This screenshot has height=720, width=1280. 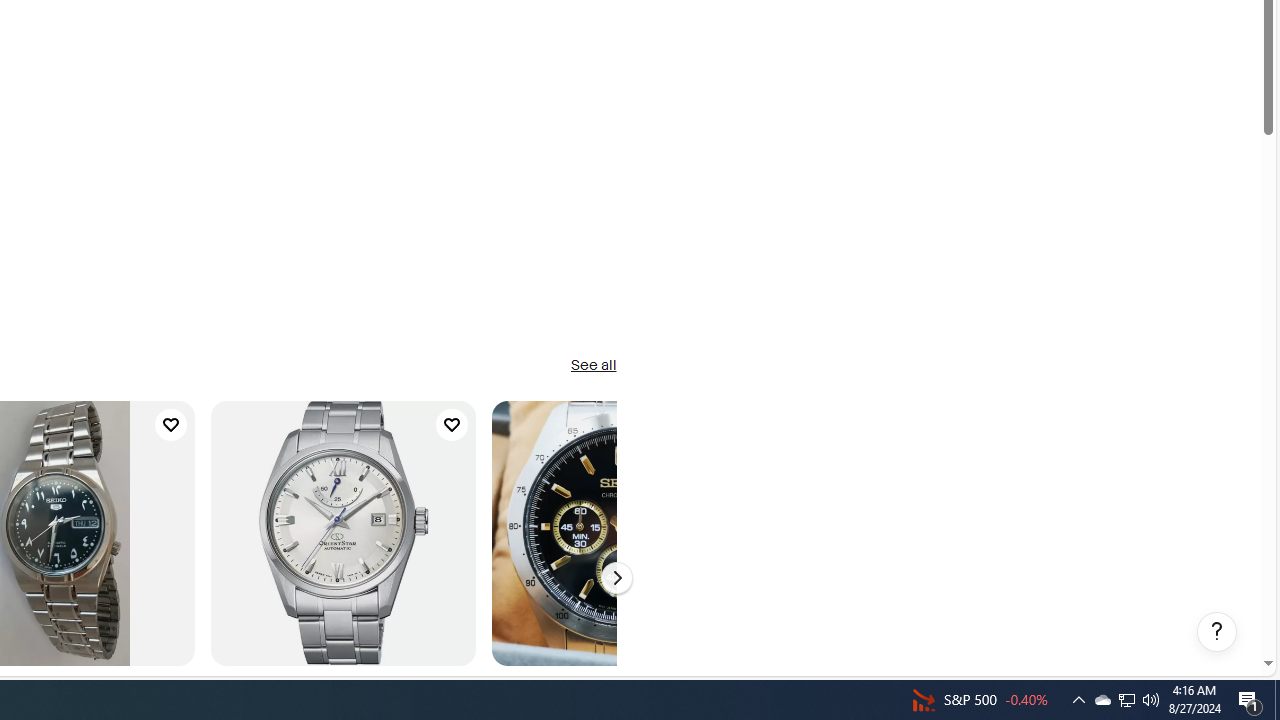 I want to click on 'Go to the next slide, Wristwatches - Carousel', so click(x=615, y=578).